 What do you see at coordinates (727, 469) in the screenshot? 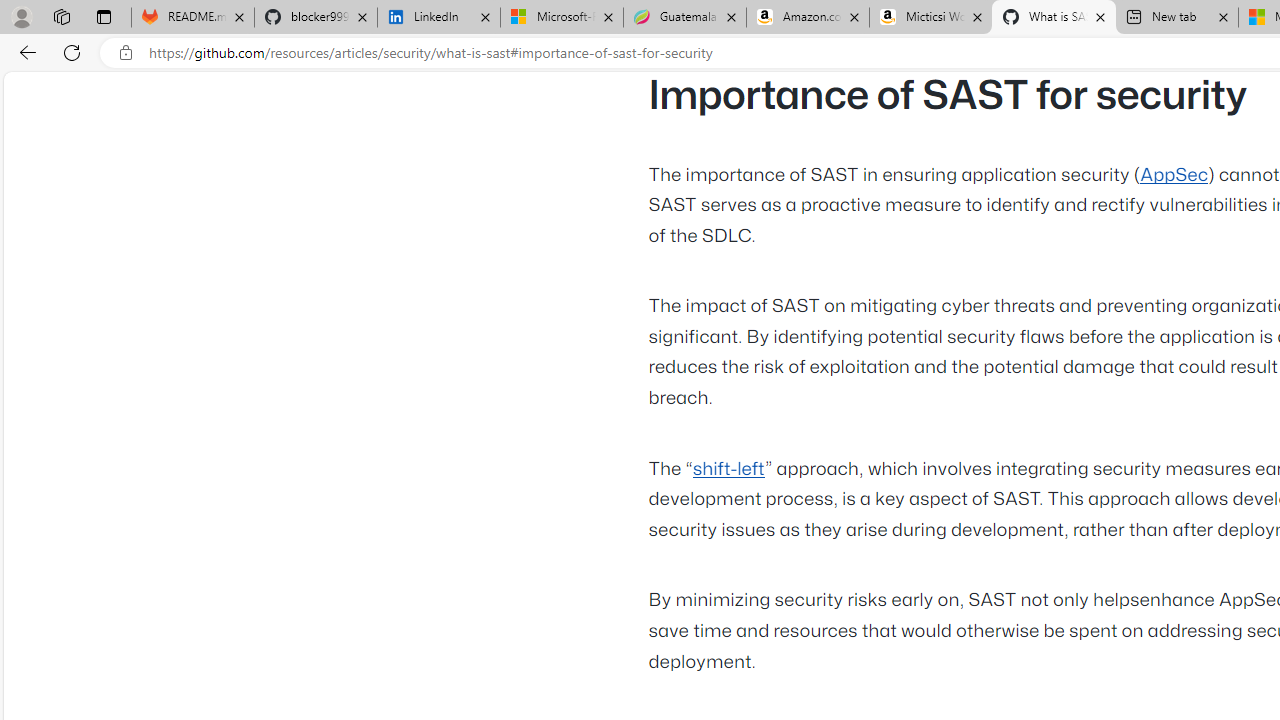
I see `'shift-left'` at bounding box center [727, 469].